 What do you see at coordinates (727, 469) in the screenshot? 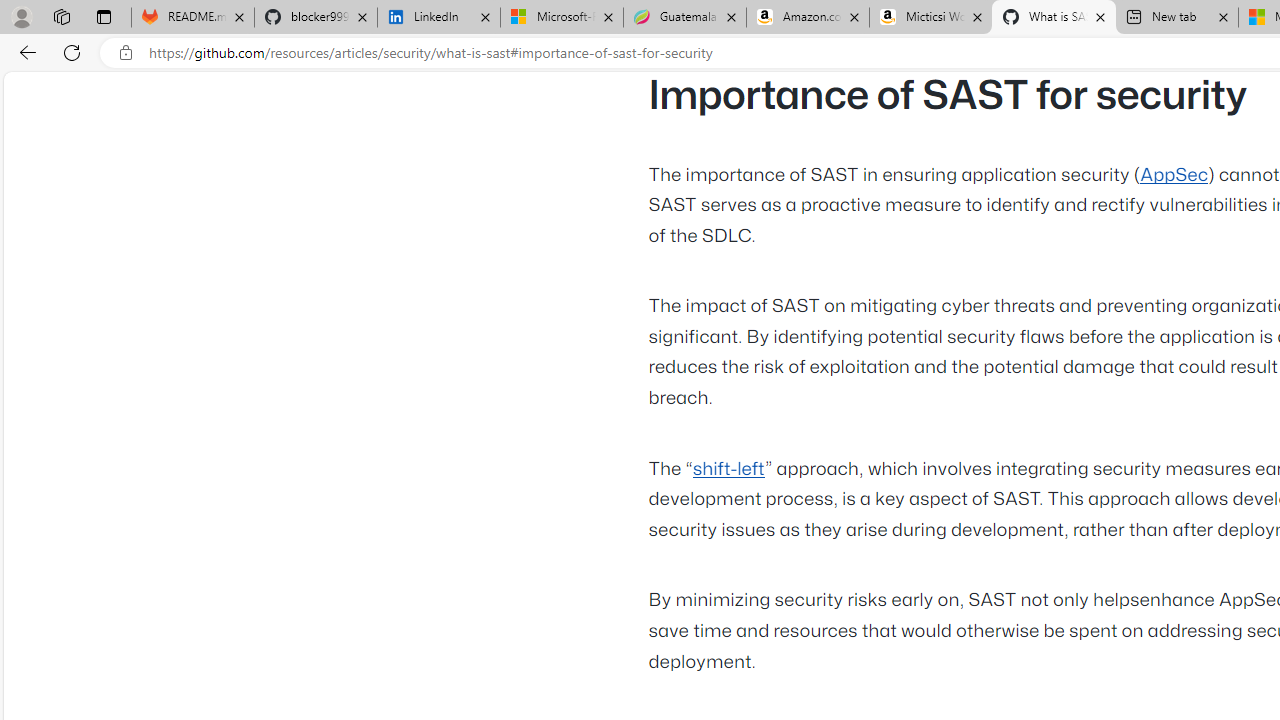
I see `'shift-left'` at bounding box center [727, 469].